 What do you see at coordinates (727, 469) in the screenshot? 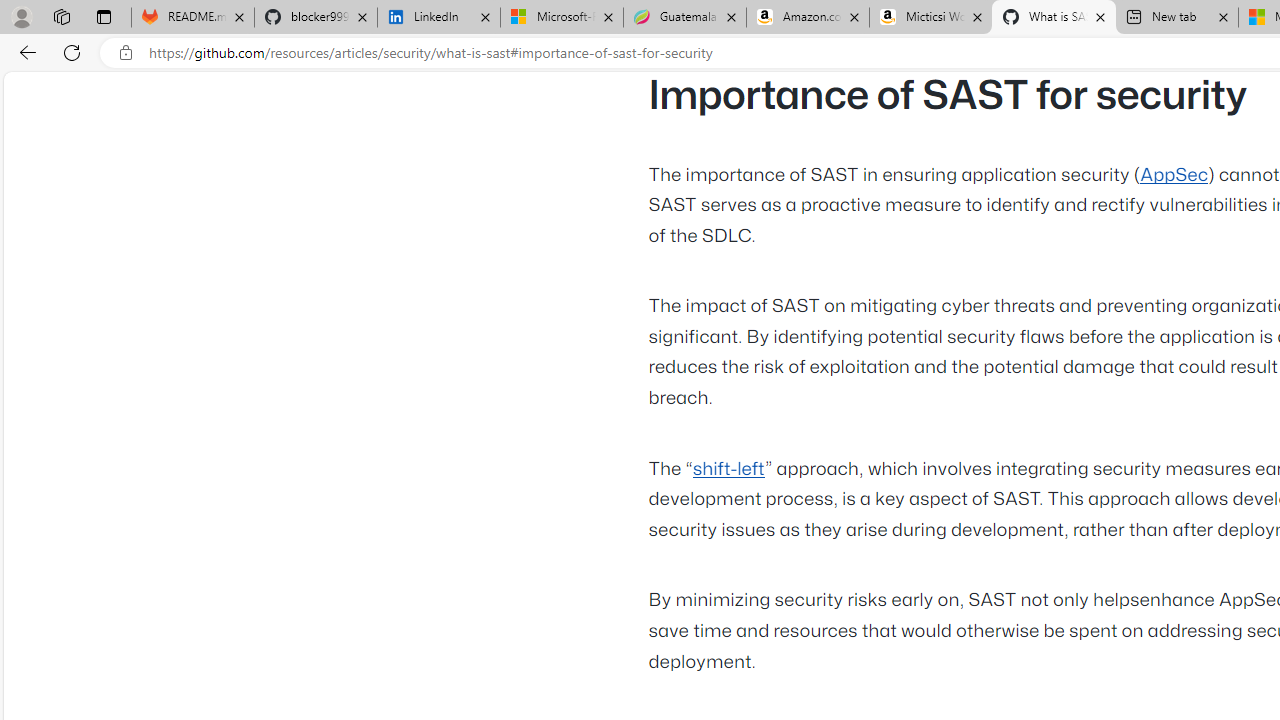
I see `'shift-left'` at bounding box center [727, 469].